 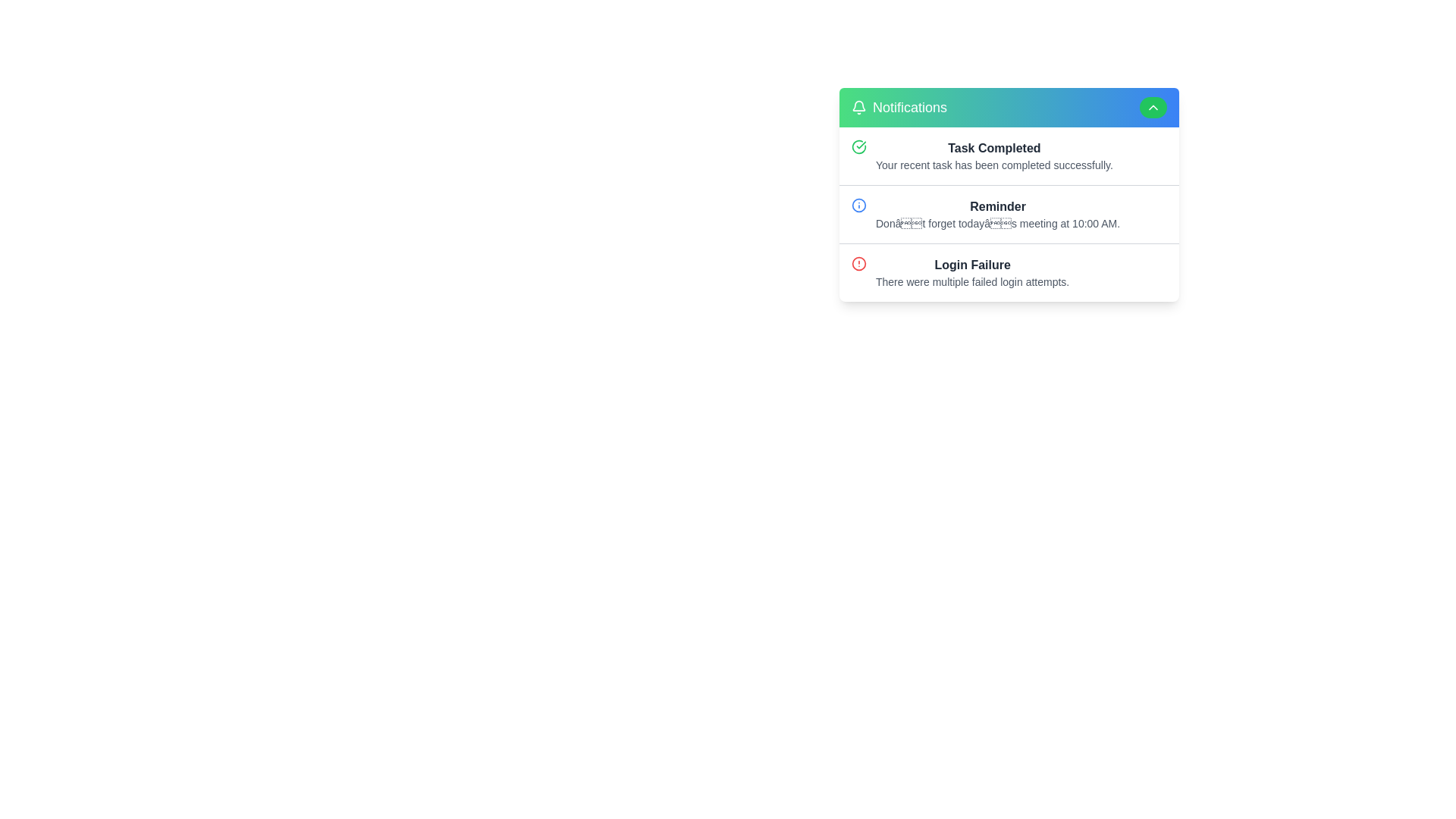 I want to click on the notification message about the meeting scheduled for 10:00 AM today to potentially trigger a detailed view or response options, so click(x=997, y=214).